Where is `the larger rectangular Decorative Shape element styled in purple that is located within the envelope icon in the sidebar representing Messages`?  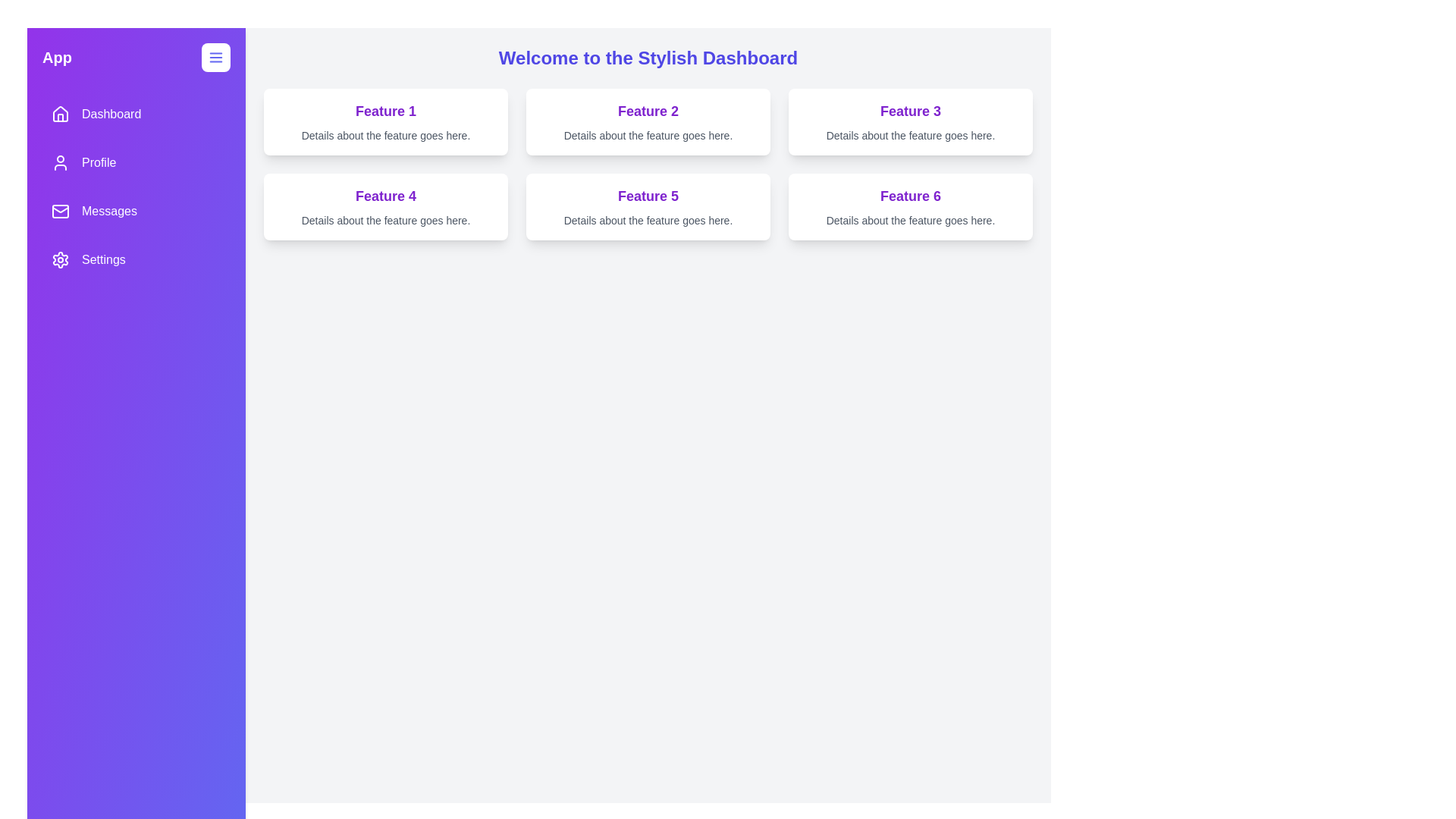 the larger rectangular Decorative Shape element styled in purple that is located within the envelope icon in the sidebar representing Messages is located at coordinates (61, 211).